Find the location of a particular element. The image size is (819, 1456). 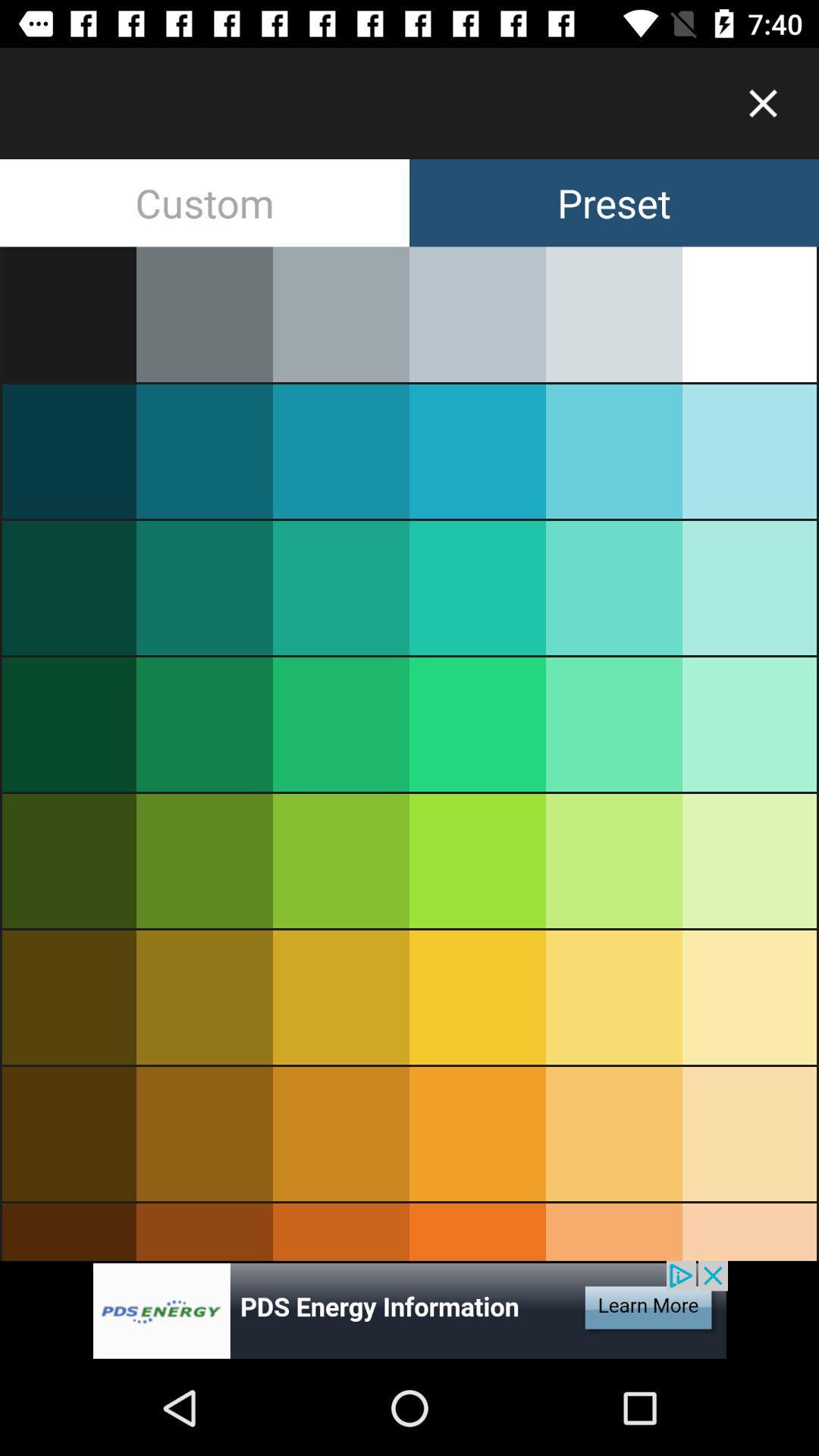

advertisement is located at coordinates (409, 1310).